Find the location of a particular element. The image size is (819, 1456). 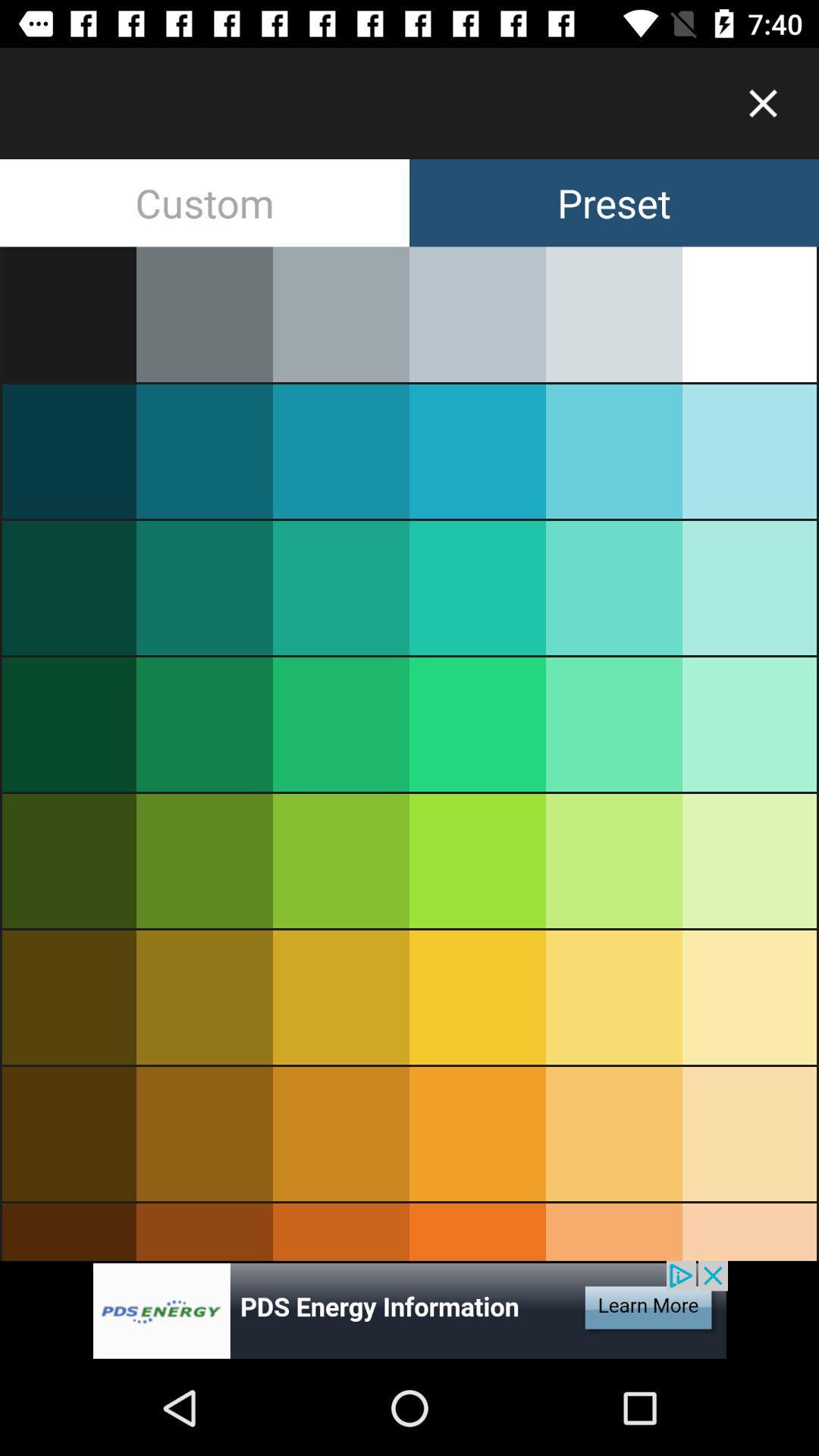

advertisement is located at coordinates (409, 1310).